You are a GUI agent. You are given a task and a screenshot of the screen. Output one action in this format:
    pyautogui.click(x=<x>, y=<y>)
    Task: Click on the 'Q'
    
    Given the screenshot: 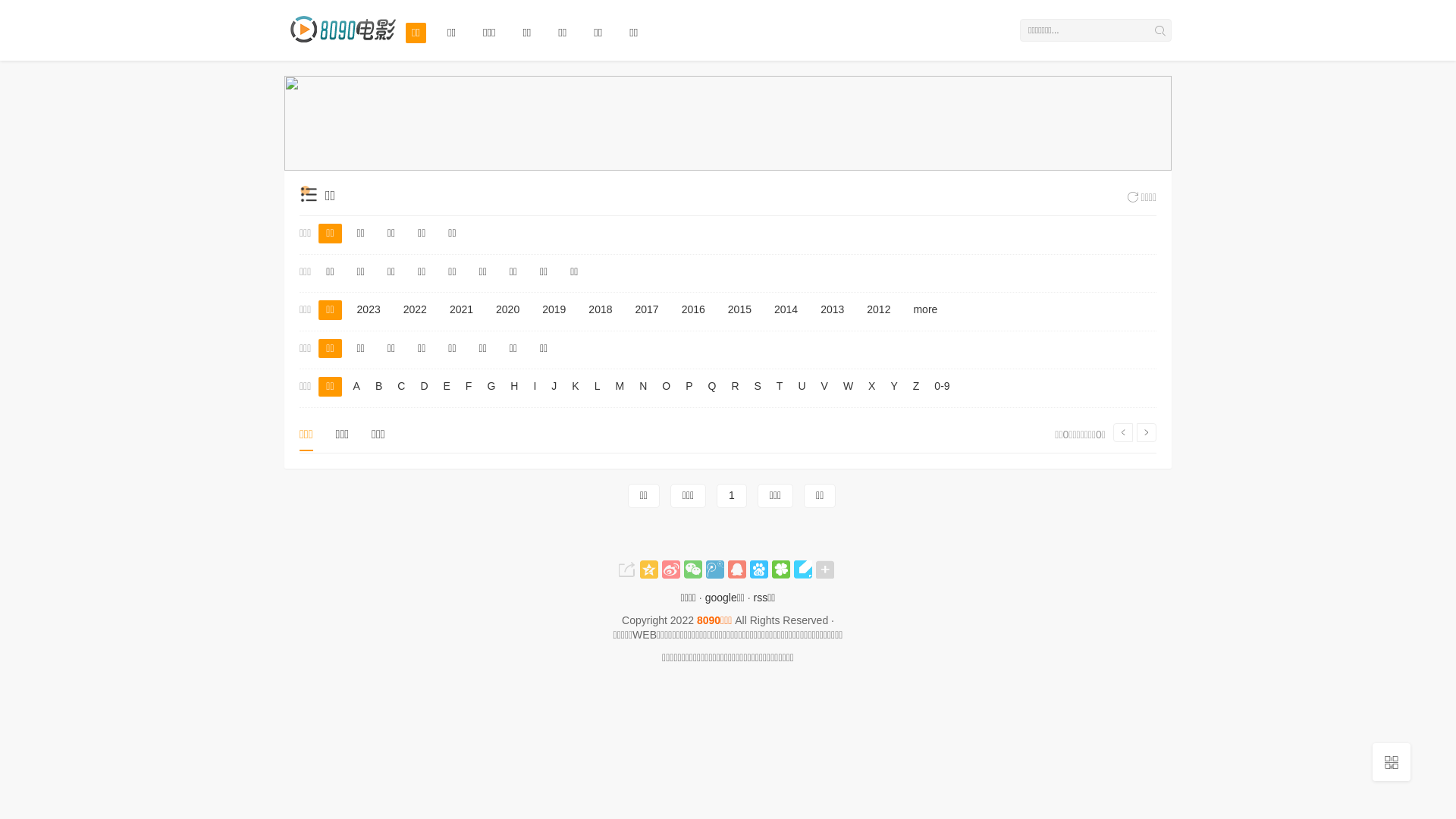 What is the action you would take?
    pyautogui.click(x=711, y=385)
    